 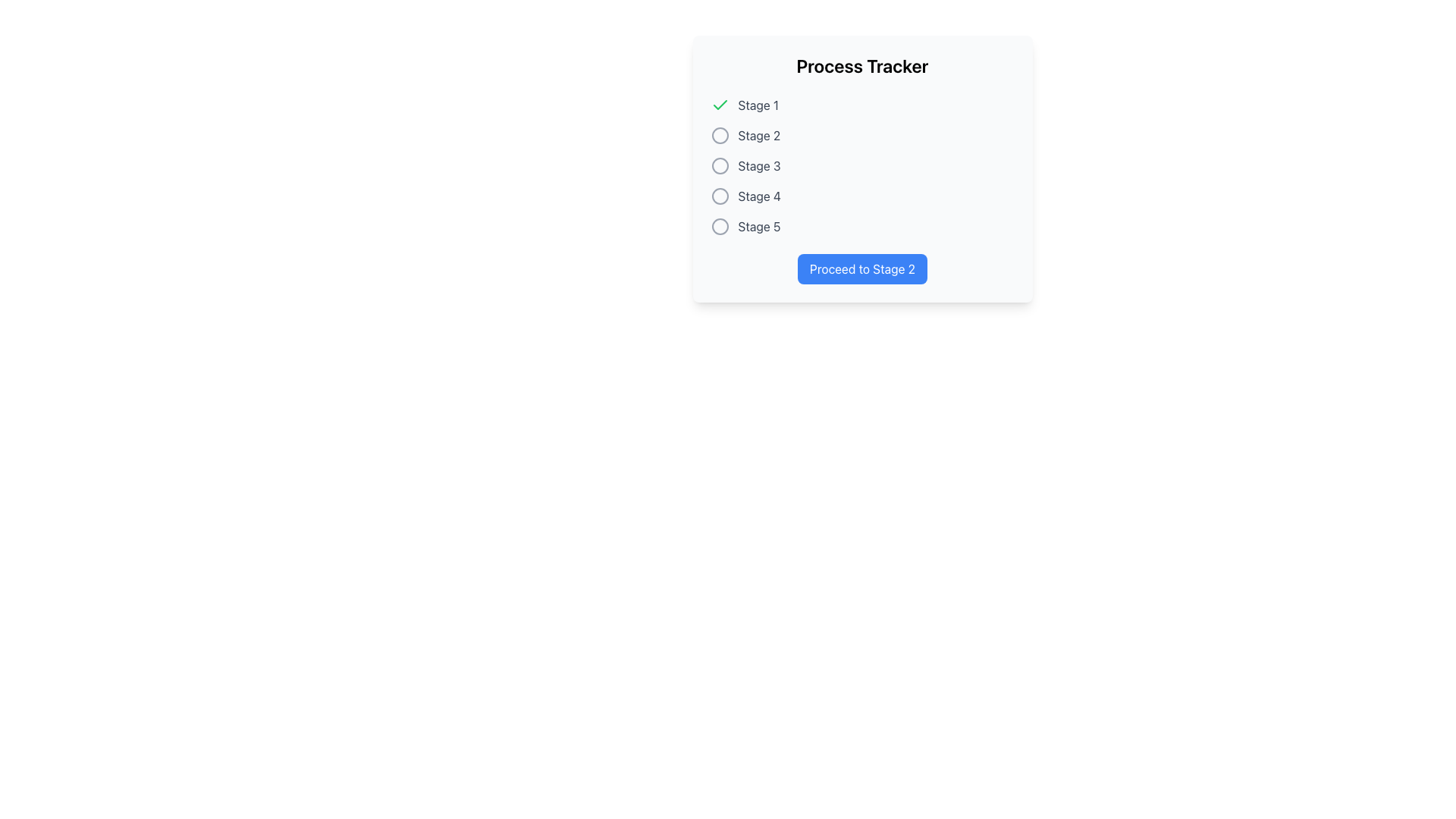 What do you see at coordinates (759, 227) in the screenshot?
I see `the text label displaying 'Stage 5', which indicates a step in a multi-stage process` at bounding box center [759, 227].